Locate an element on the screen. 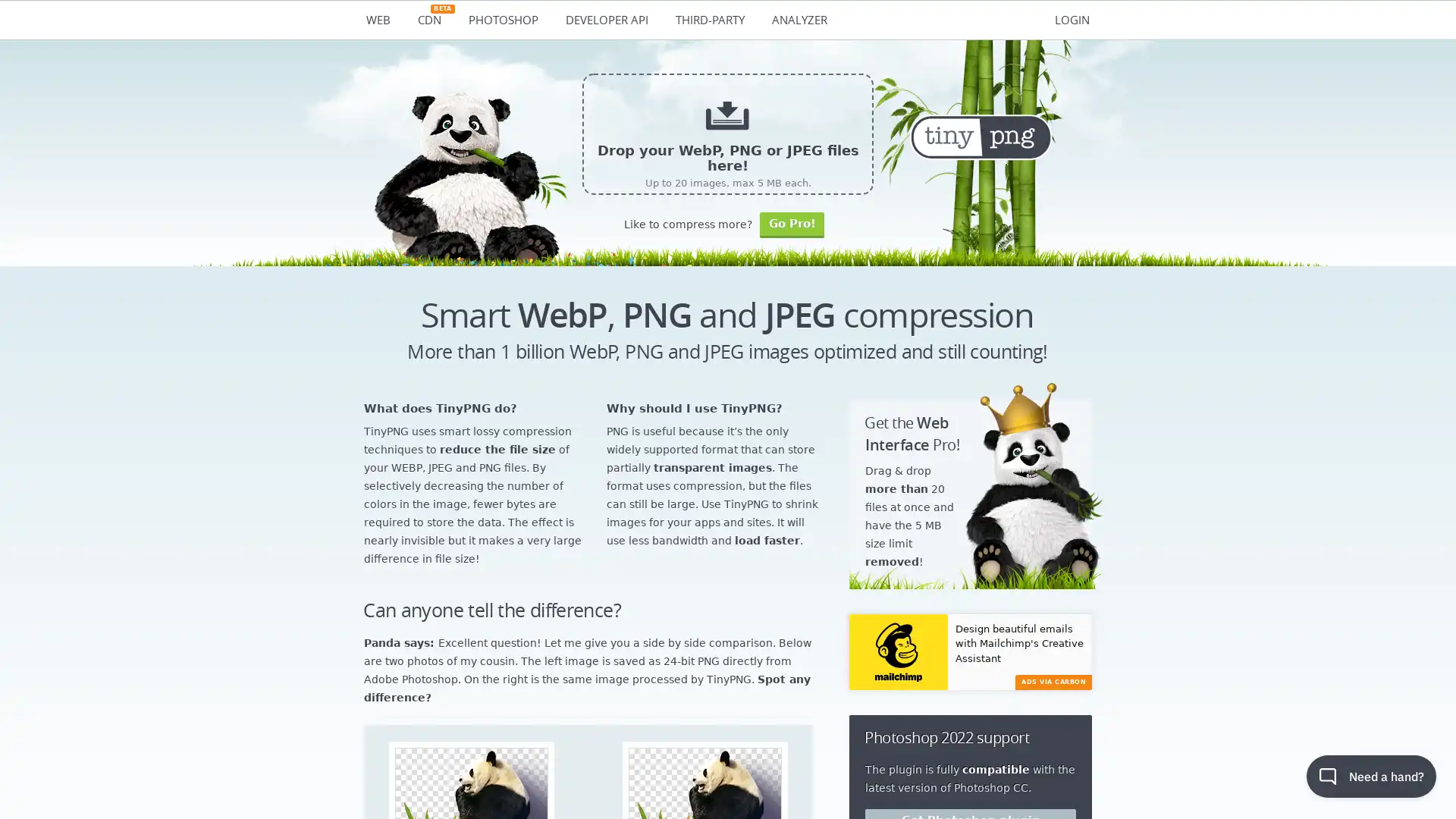  Go Pro! is located at coordinates (790, 224).